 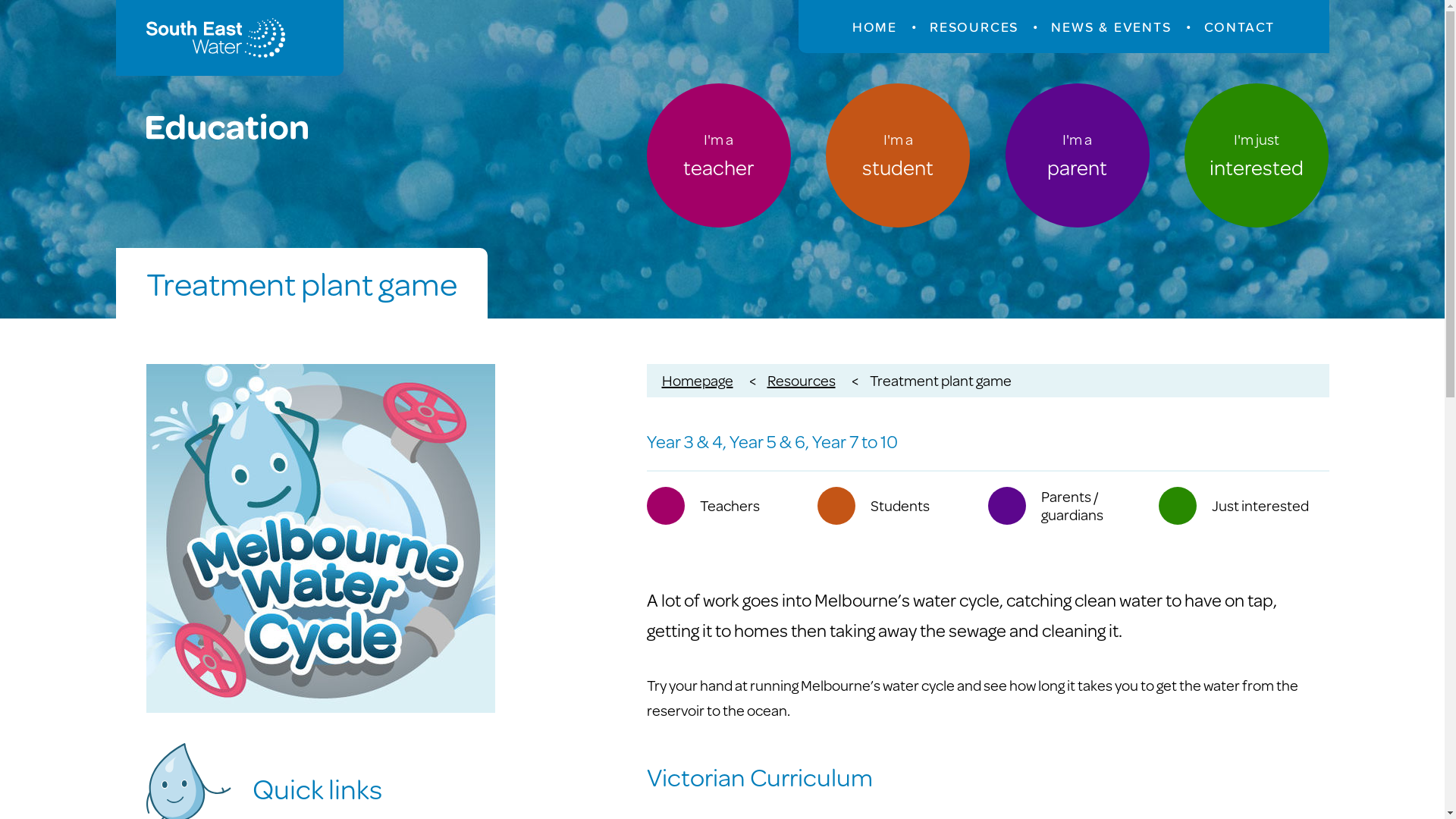 I want to click on 'CONTACT', so click(x=1240, y=27).